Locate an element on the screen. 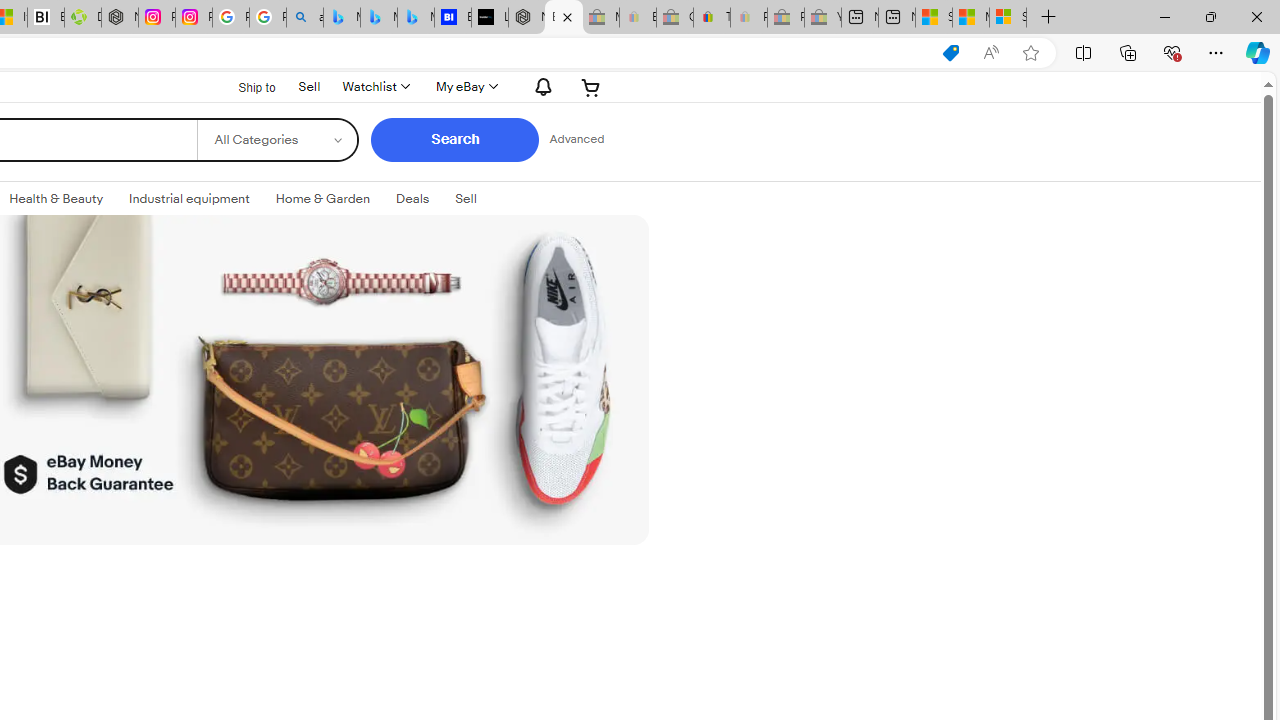 This screenshot has height=720, width=1280. 'Select a category for search' is located at coordinates (276, 139).